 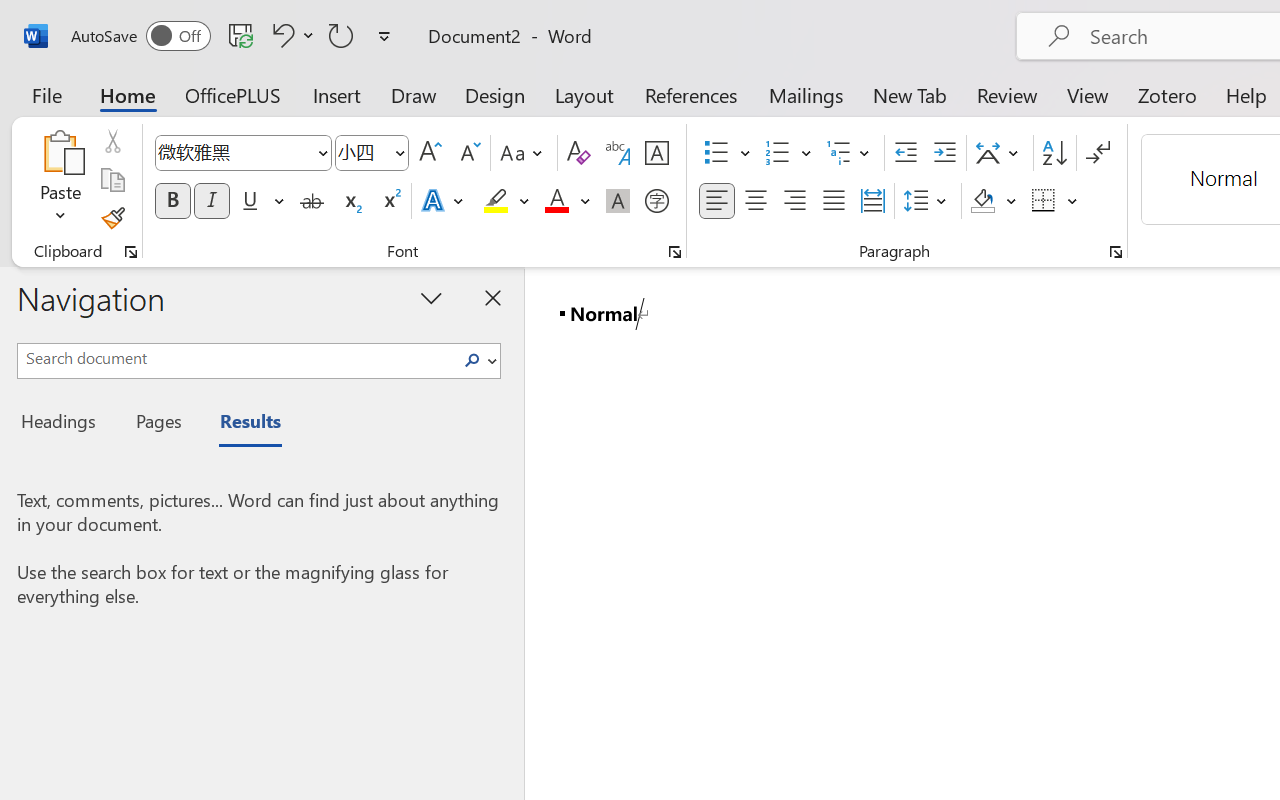 I want to click on 'Layout', so click(x=583, y=94).